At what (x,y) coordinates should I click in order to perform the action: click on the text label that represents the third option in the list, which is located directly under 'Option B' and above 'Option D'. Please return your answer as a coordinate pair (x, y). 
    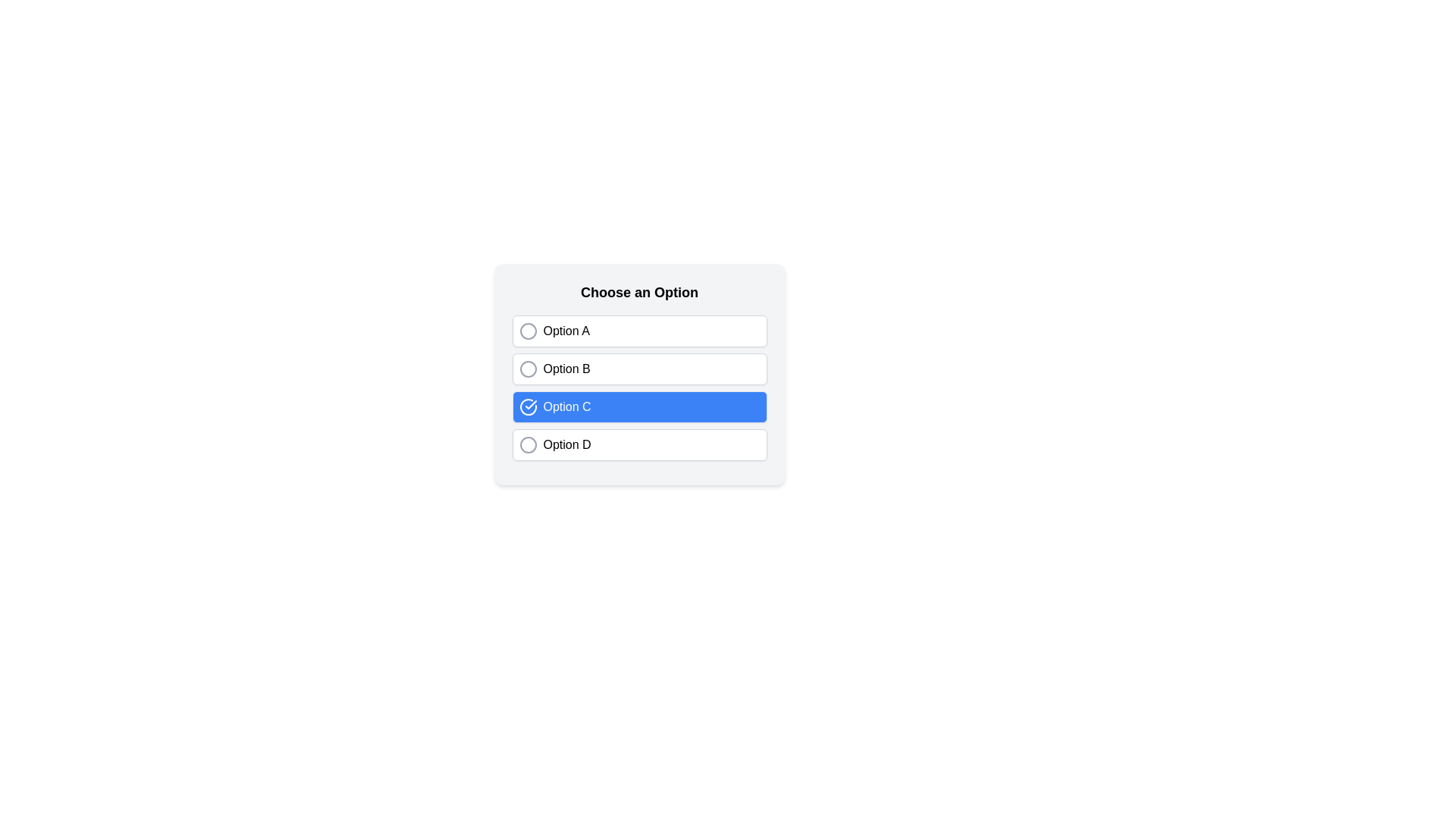
    Looking at the image, I should click on (566, 406).